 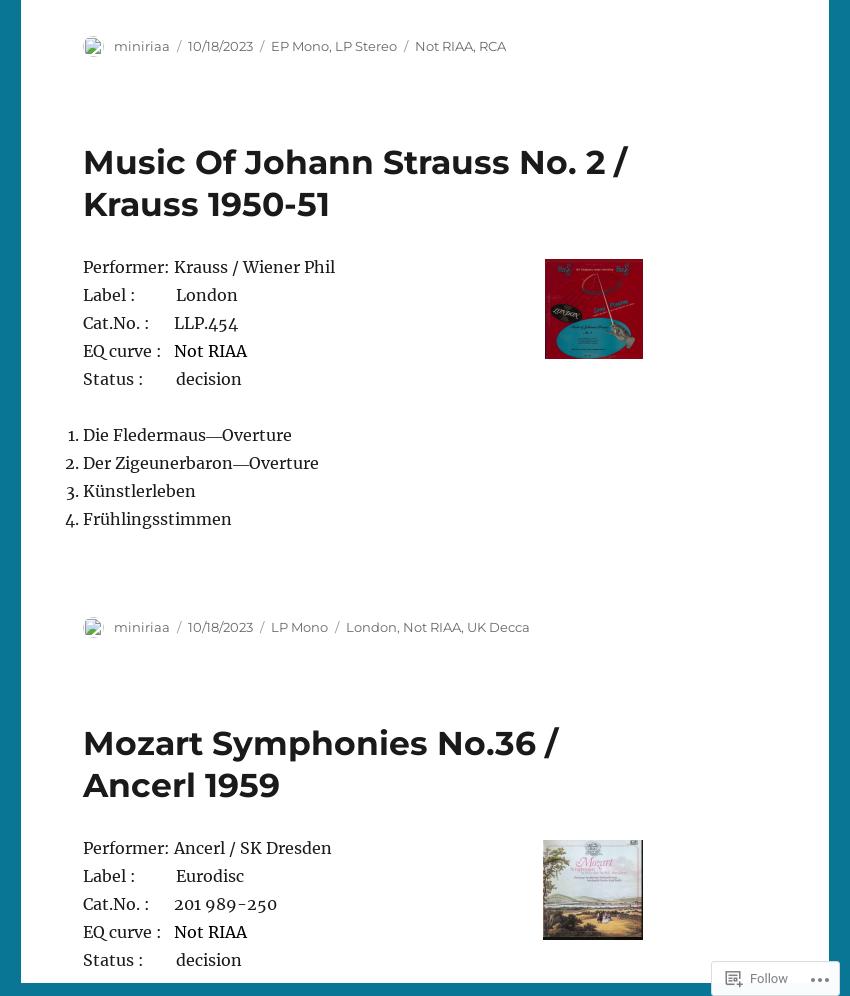 I want to click on 'UK Decca', so click(x=498, y=624).